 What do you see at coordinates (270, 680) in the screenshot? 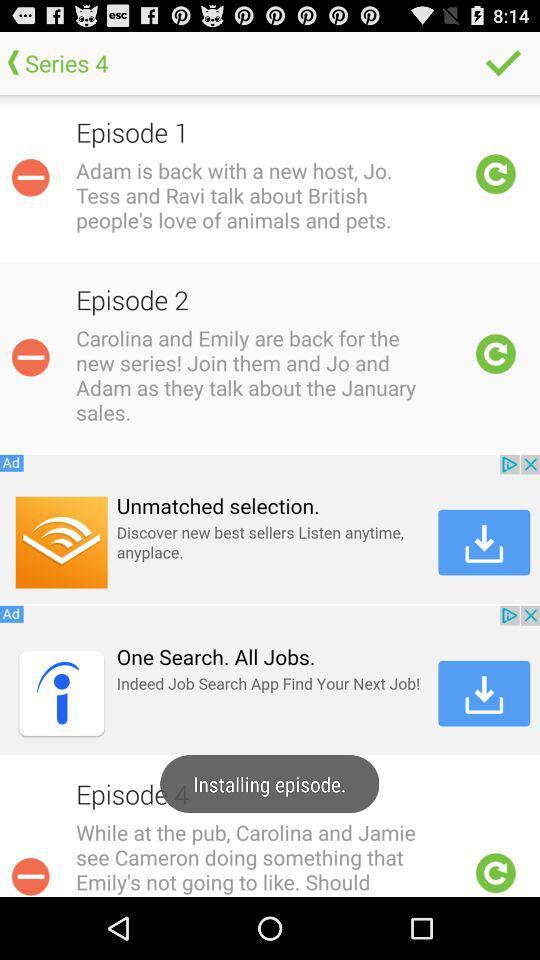
I see `indeed advertisement` at bounding box center [270, 680].